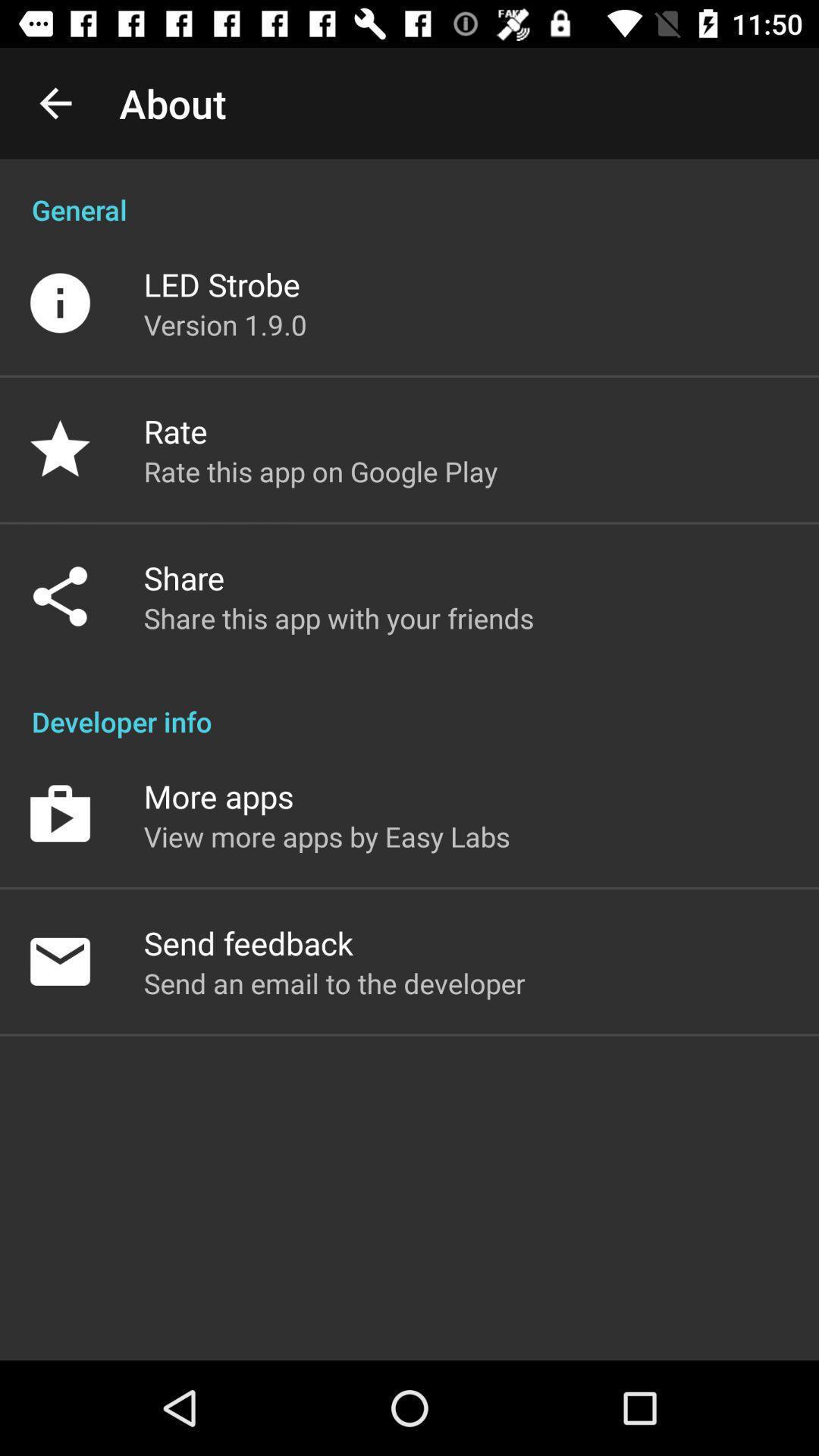 This screenshot has width=819, height=1456. Describe the element at coordinates (409, 704) in the screenshot. I see `the developer info item` at that location.